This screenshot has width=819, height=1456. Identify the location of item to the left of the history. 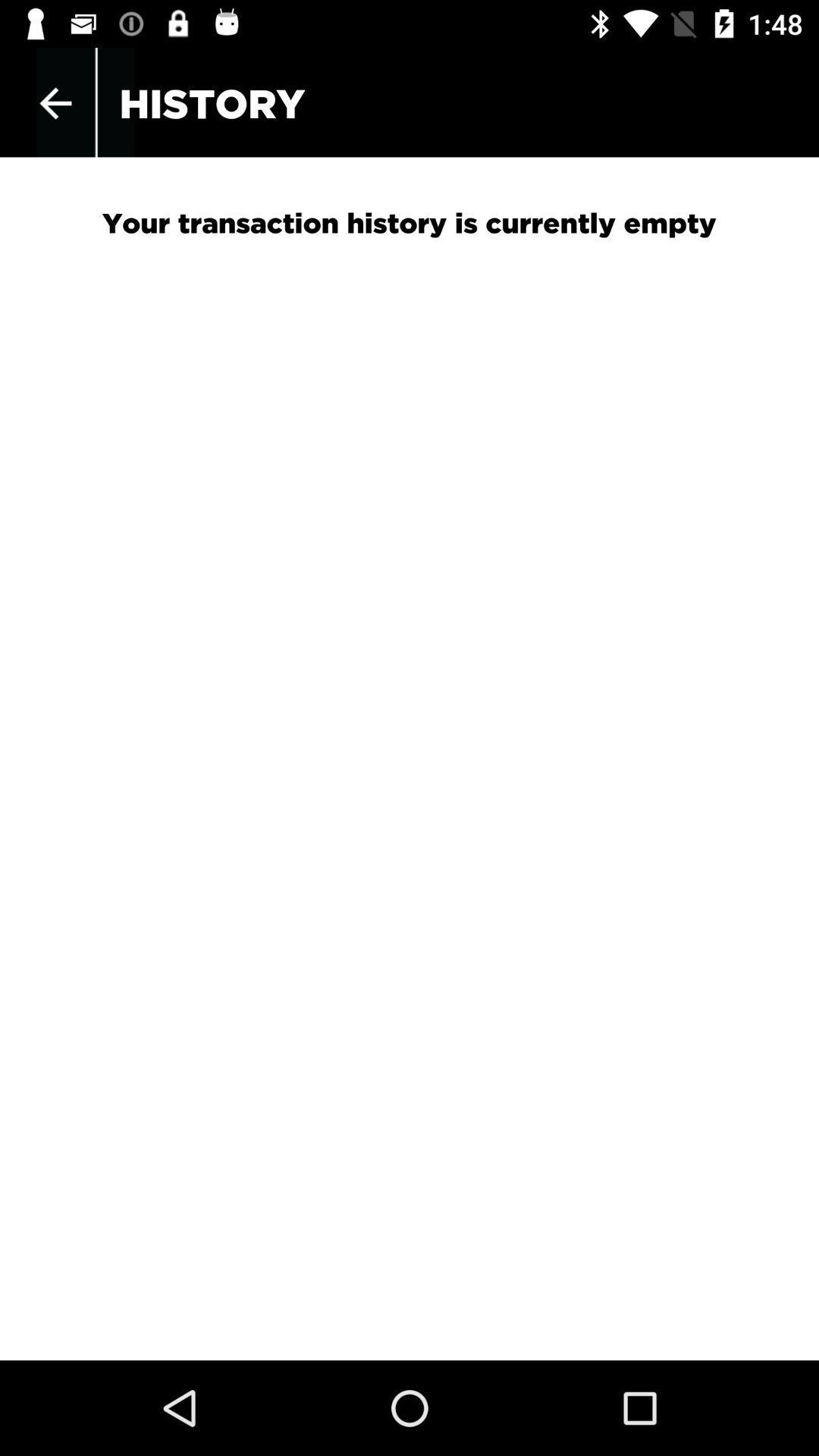
(55, 102).